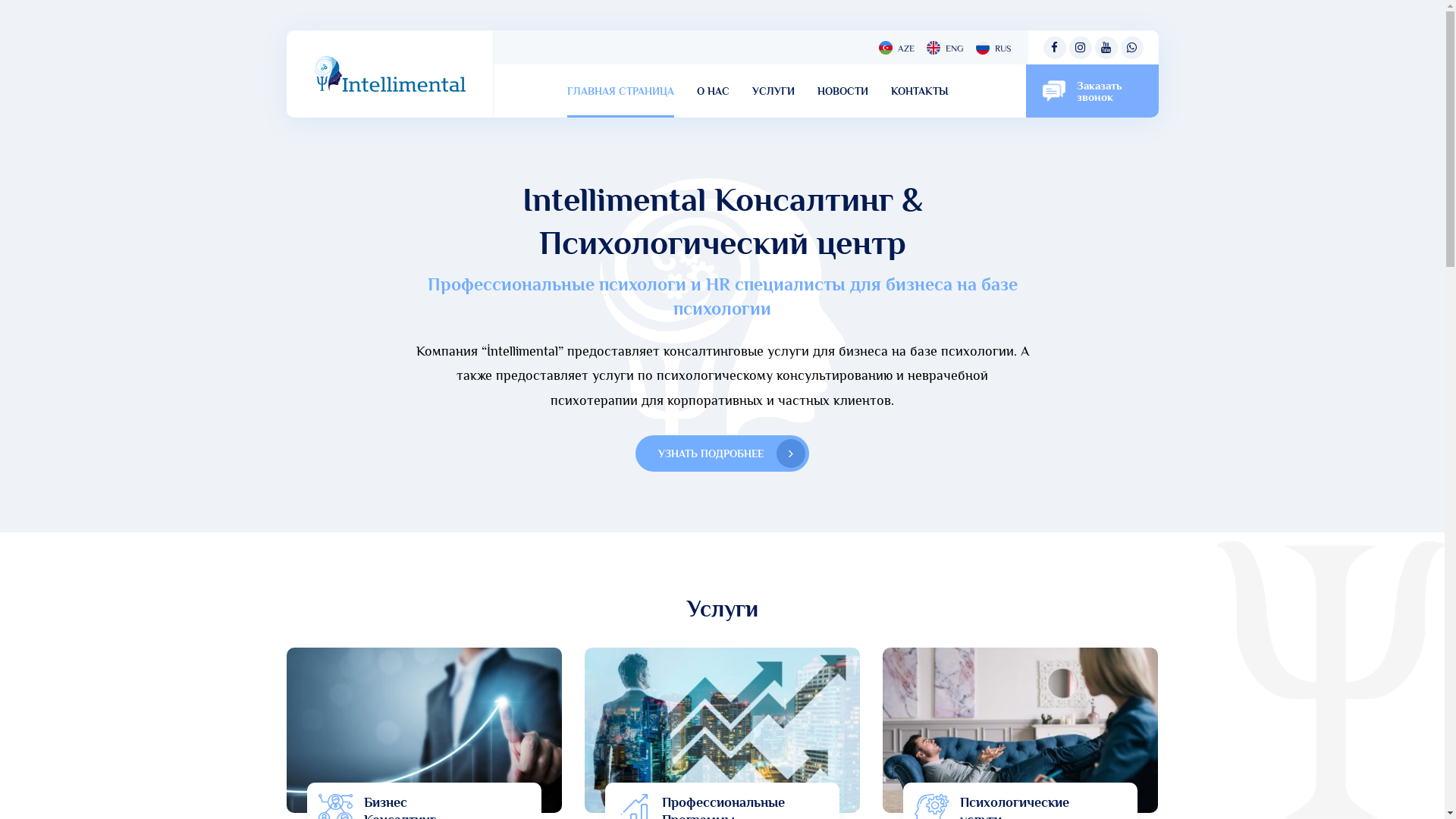  Describe the element at coordinates (975, 46) in the screenshot. I see `'RUS'` at that location.